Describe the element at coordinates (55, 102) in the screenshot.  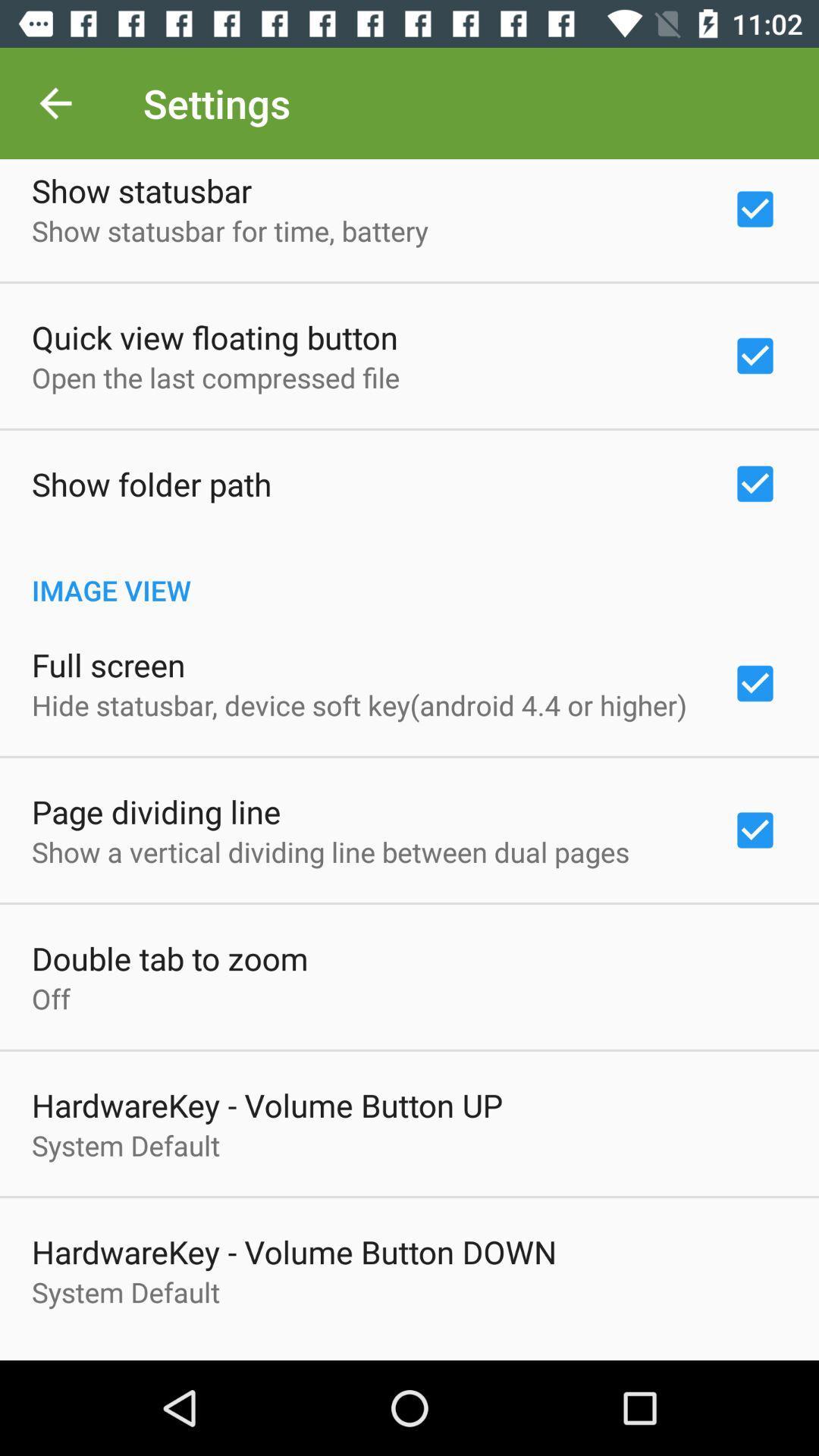
I see `item next to the settings` at that location.